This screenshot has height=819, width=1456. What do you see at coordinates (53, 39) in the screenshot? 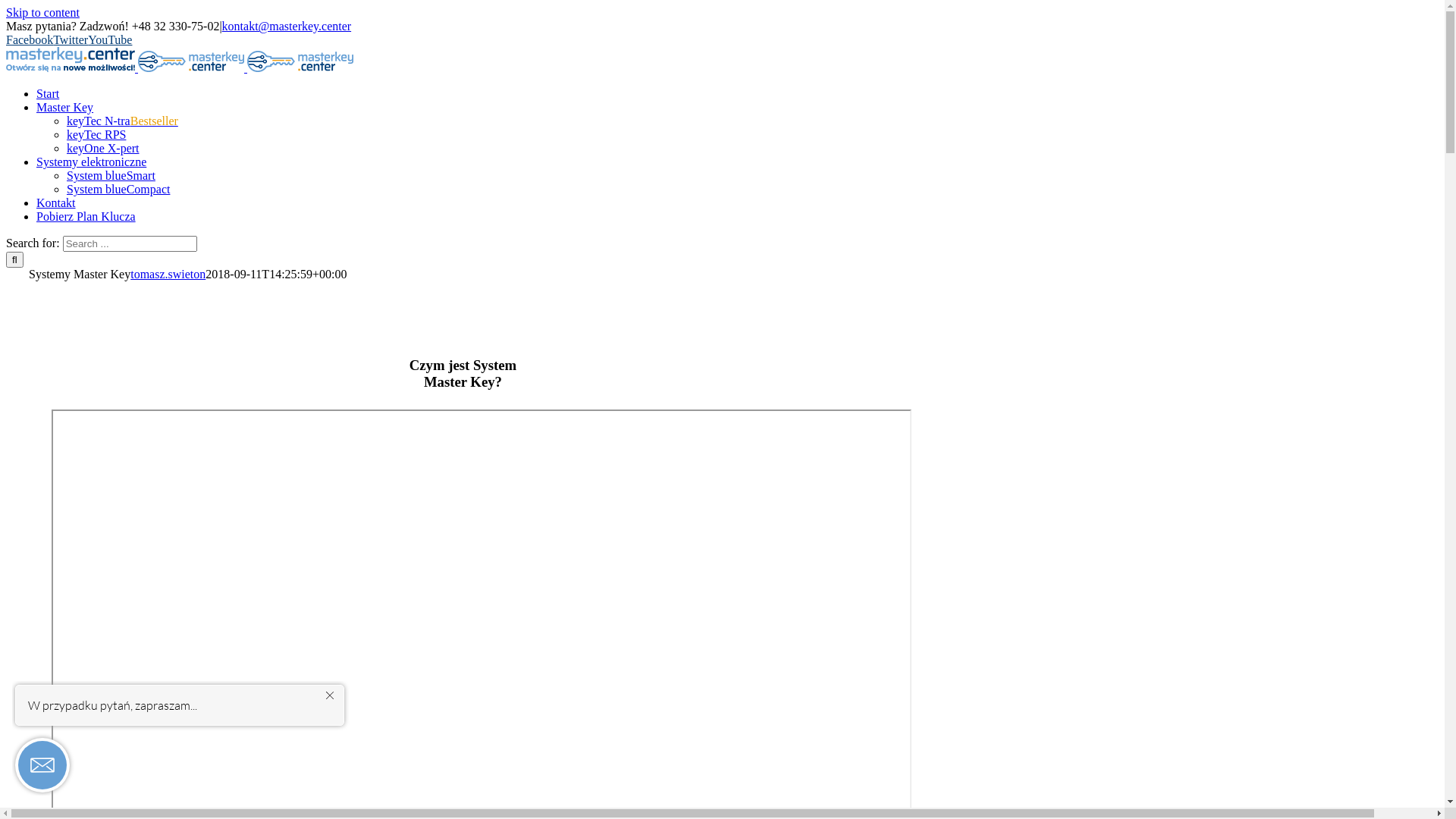
I see `'Twitter'` at bounding box center [53, 39].